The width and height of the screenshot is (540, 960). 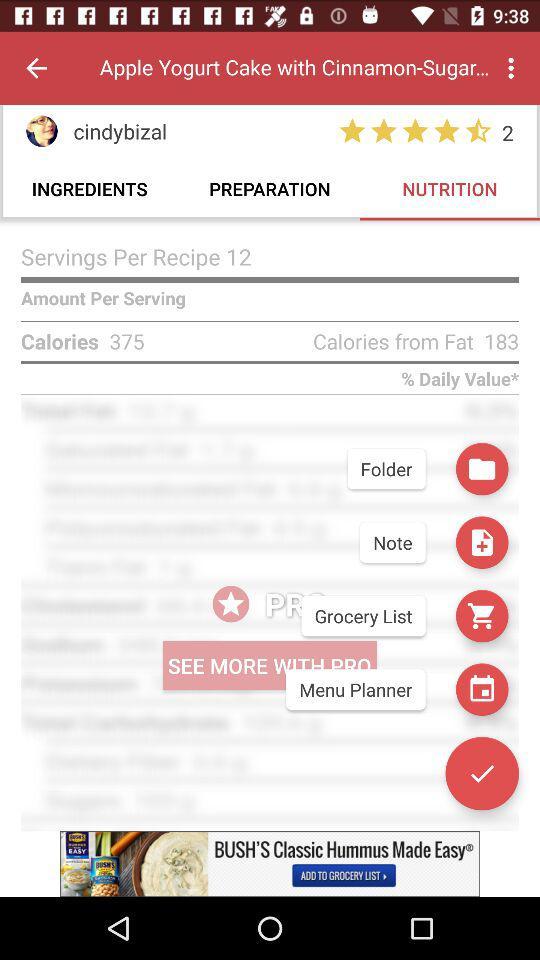 I want to click on the cart icon, so click(x=481, y=615).